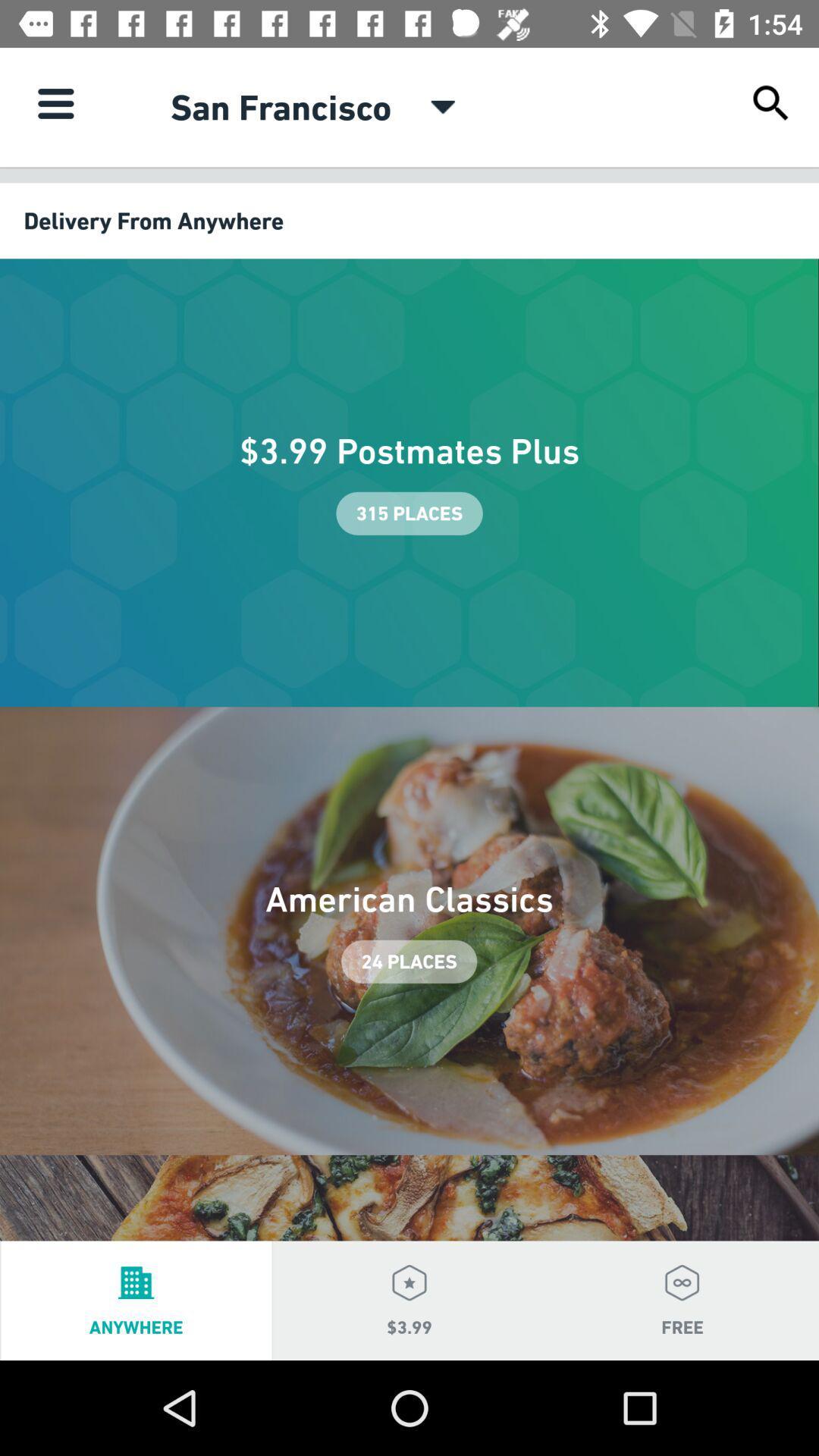 The height and width of the screenshot is (1456, 819). What do you see at coordinates (771, 102) in the screenshot?
I see `the item at the top right corner` at bounding box center [771, 102].